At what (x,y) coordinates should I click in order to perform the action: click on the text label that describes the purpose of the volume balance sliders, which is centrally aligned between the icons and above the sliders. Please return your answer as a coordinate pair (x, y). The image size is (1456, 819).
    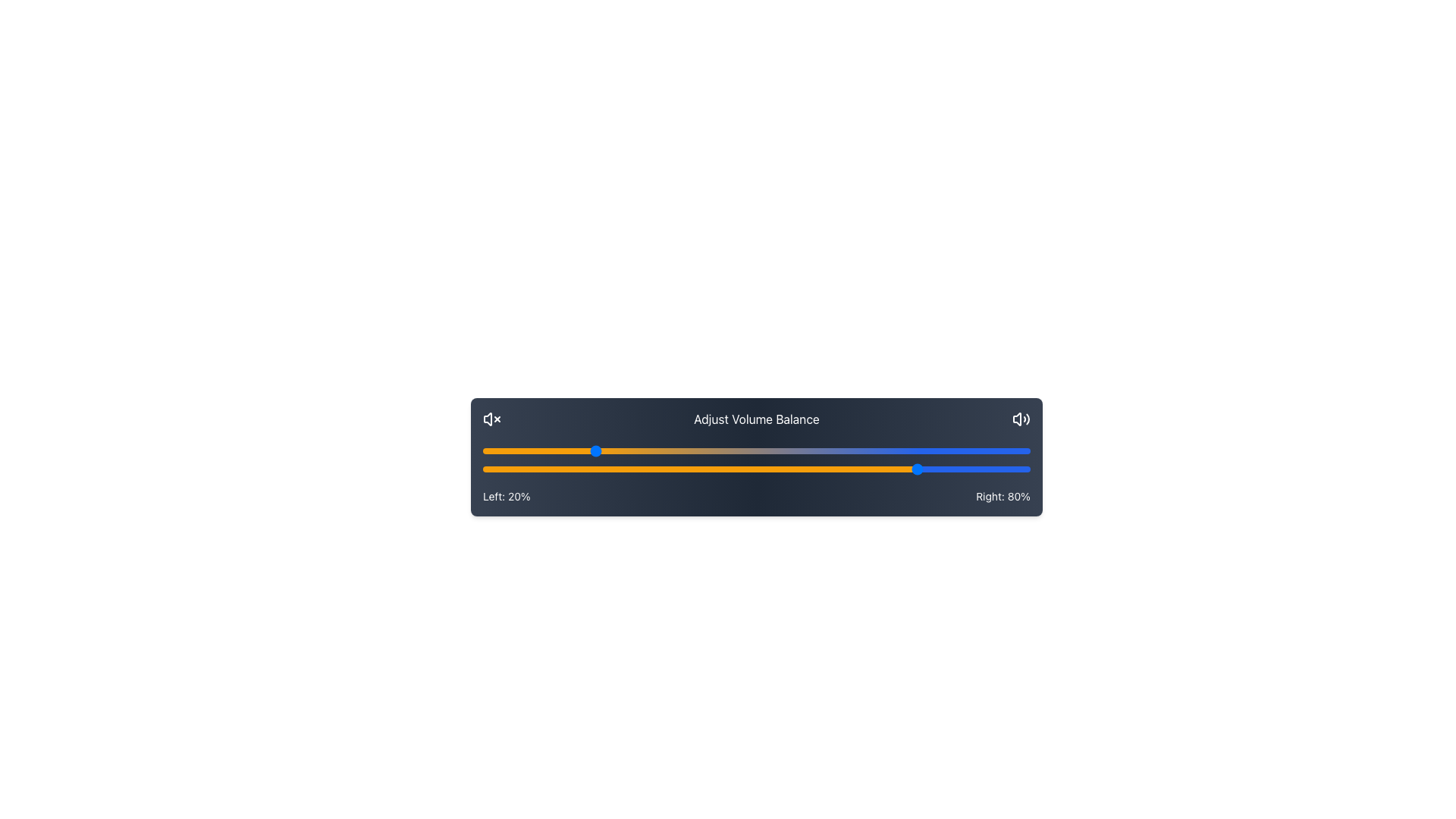
    Looking at the image, I should click on (757, 419).